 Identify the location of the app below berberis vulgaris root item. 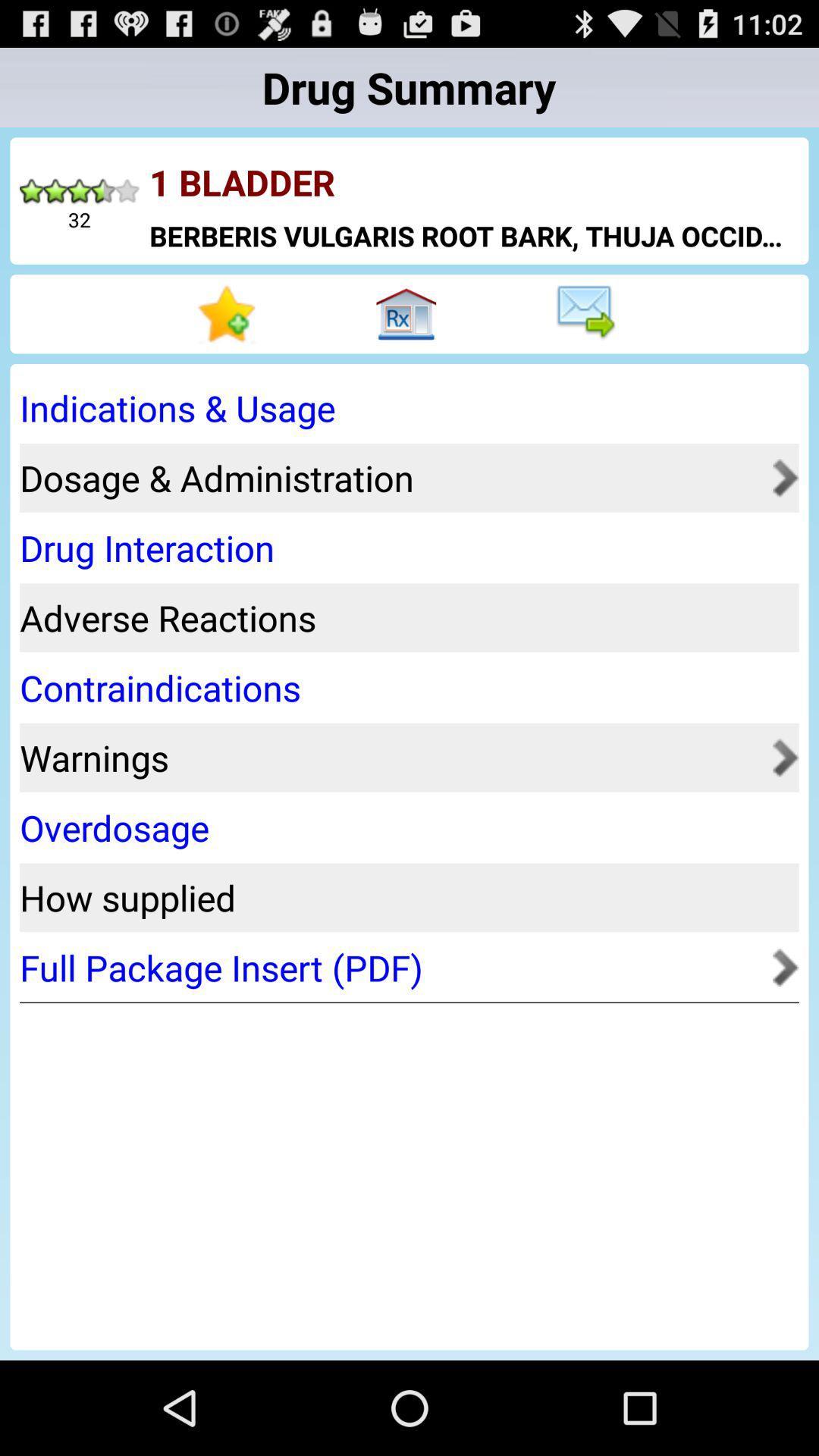
(230, 313).